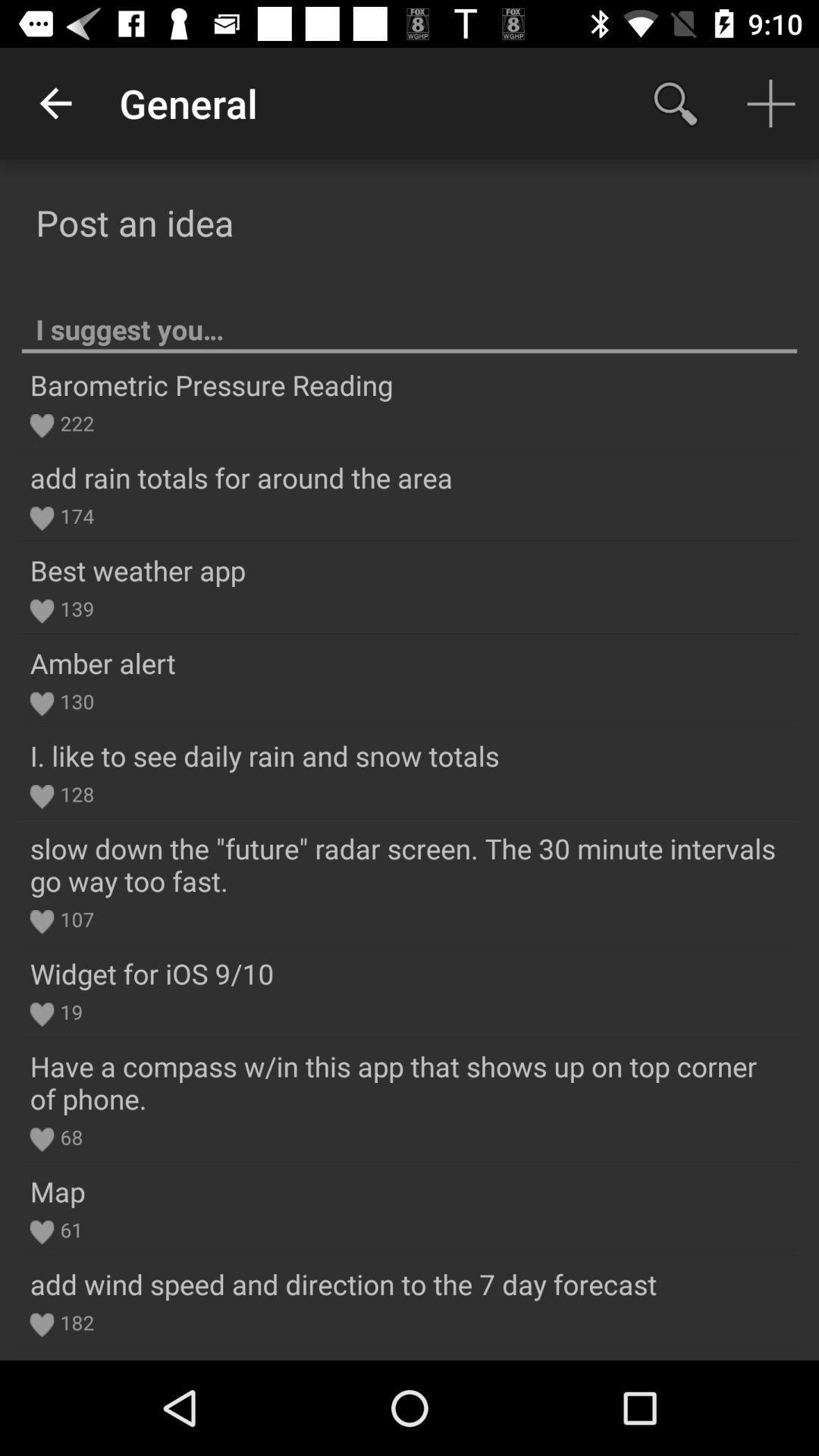 This screenshot has height=1456, width=819. Describe the element at coordinates (771, 103) in the screenshot. I see `add option on the top right` at that location.